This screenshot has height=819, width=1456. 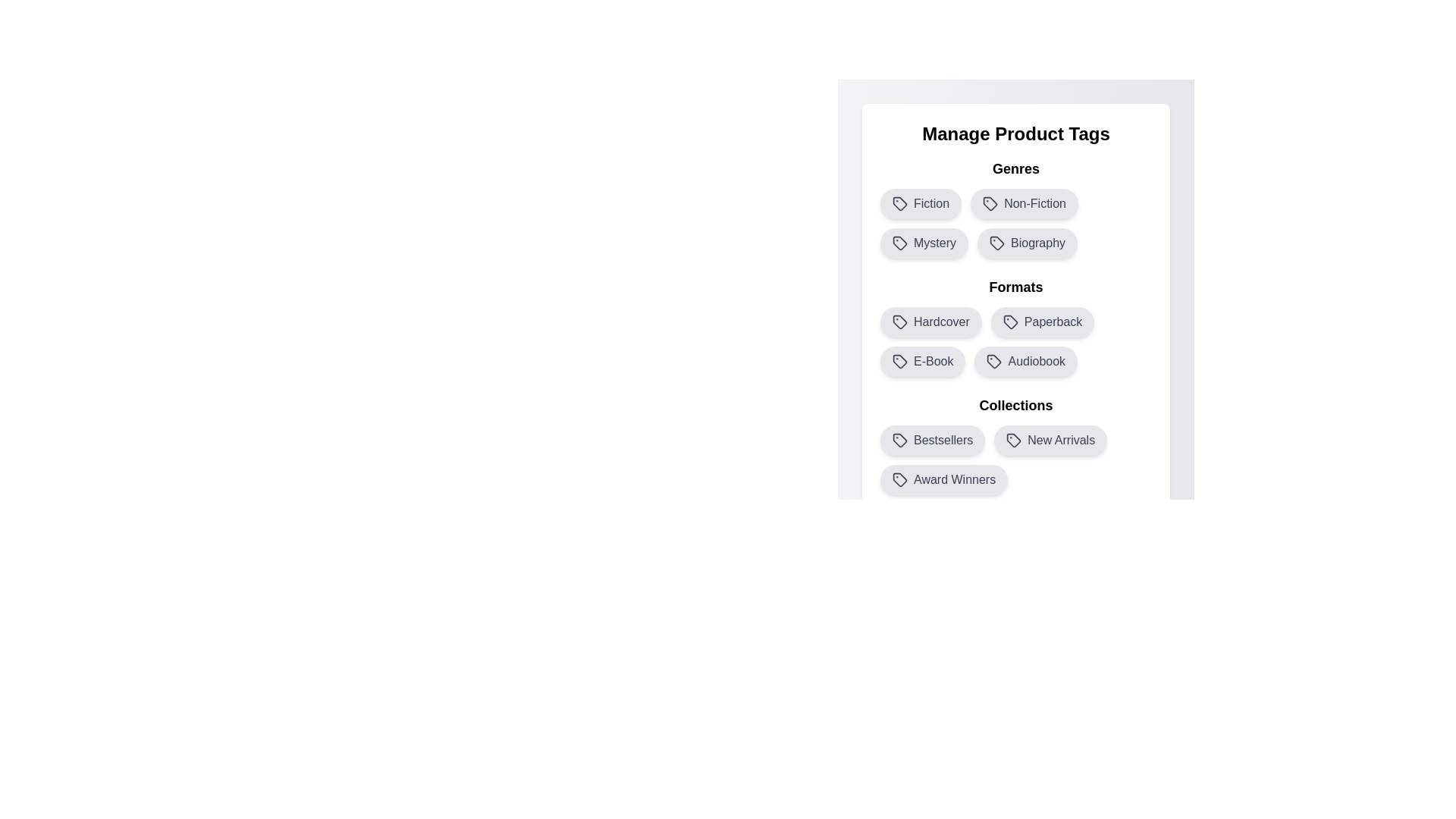 What do you see at coordinates (899, 362) in the screenshot?
I see `the 'E-Book' icon located in the 'Formats' section, positioned to the left of the 'E-Book' label` at bounding box center [899, 362].